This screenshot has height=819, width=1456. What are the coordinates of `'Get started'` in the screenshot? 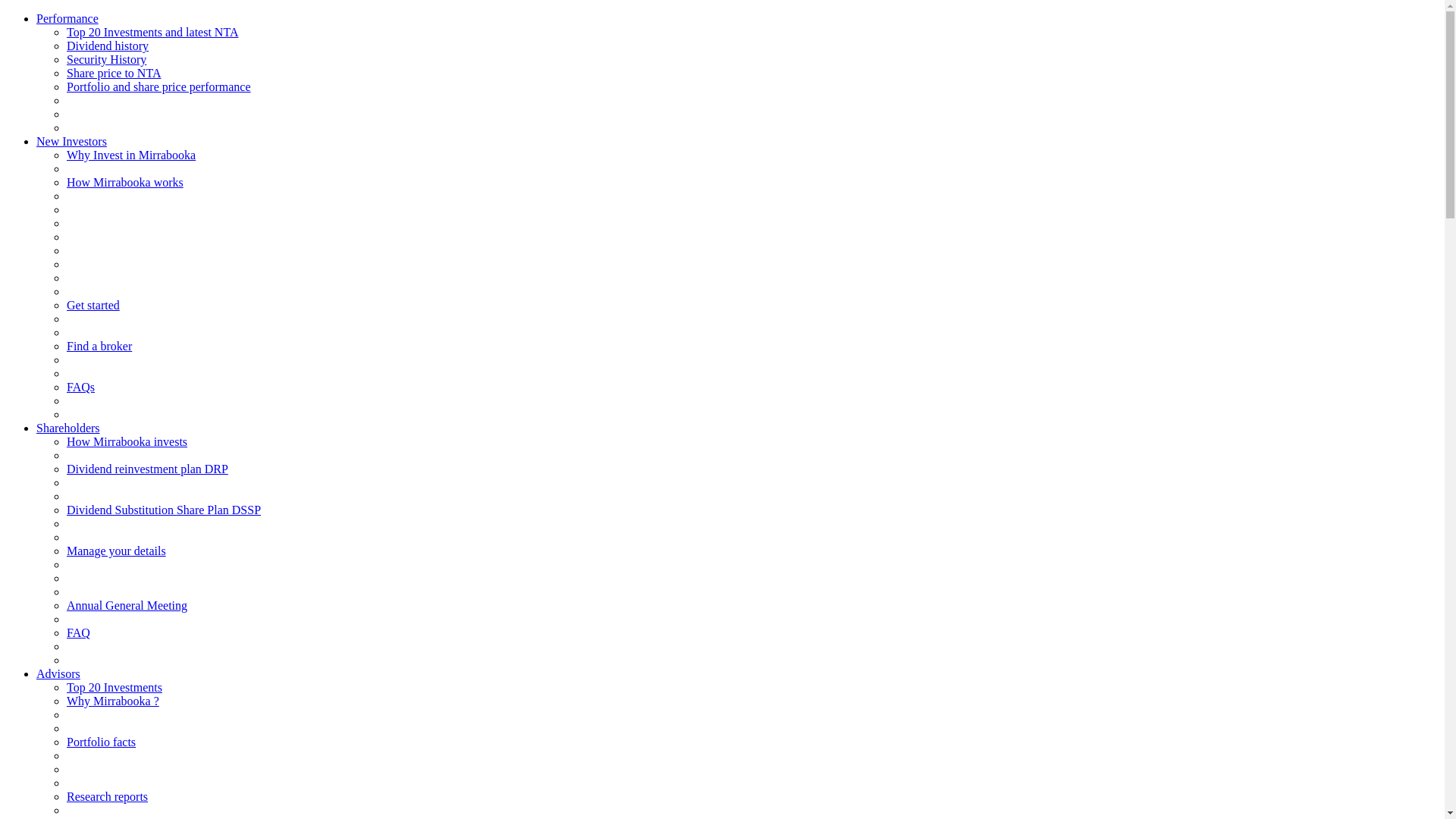 It's located at (93, 305).